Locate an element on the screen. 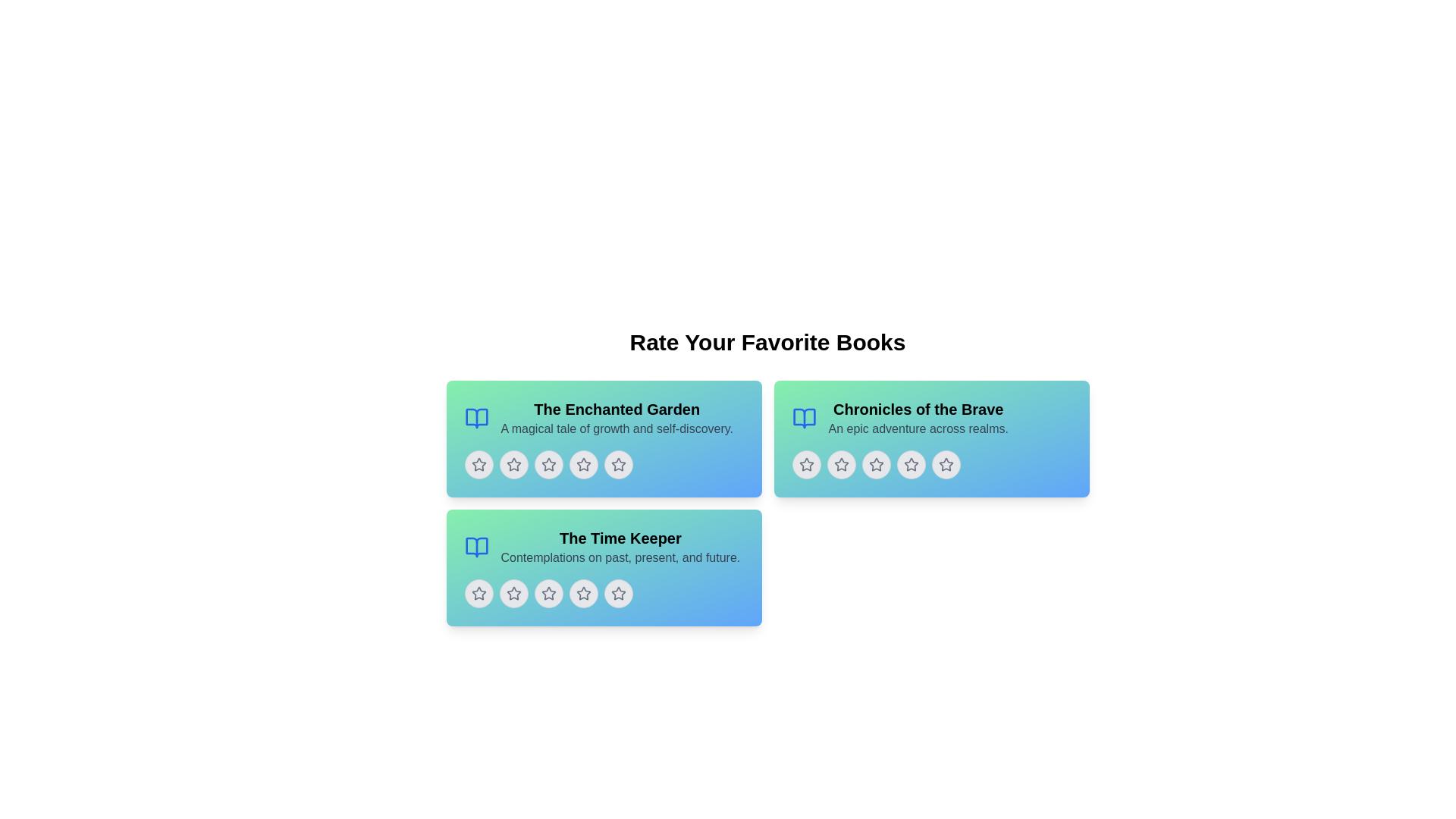 This screenshot has width=1456, height=819. the interactive star icons within the Card component titled 'The Time Keeper' is located at coordinates (603, 567).